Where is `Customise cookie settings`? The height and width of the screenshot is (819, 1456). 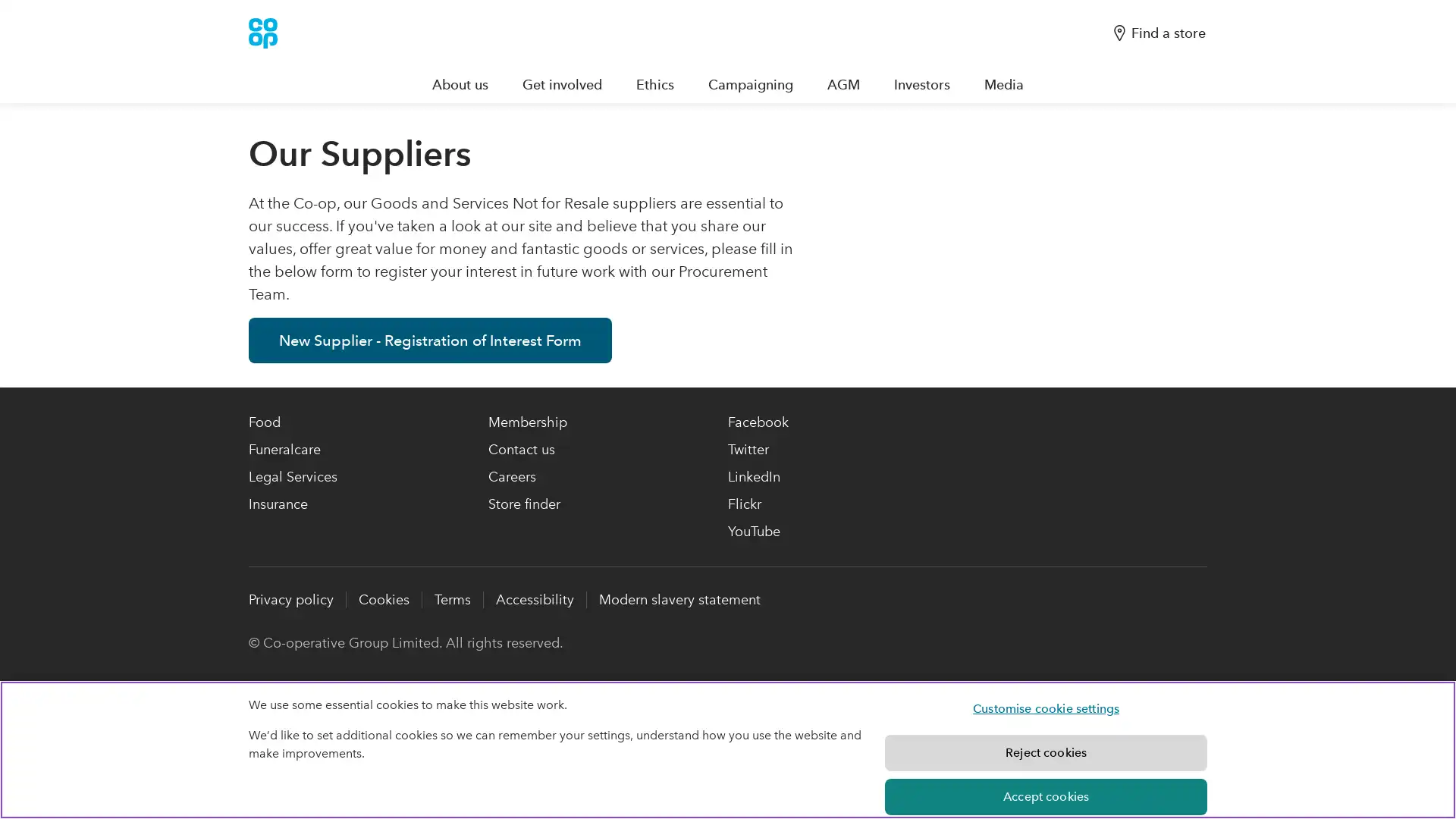 Customise cookie settings is located at coordinates (1044, 708).